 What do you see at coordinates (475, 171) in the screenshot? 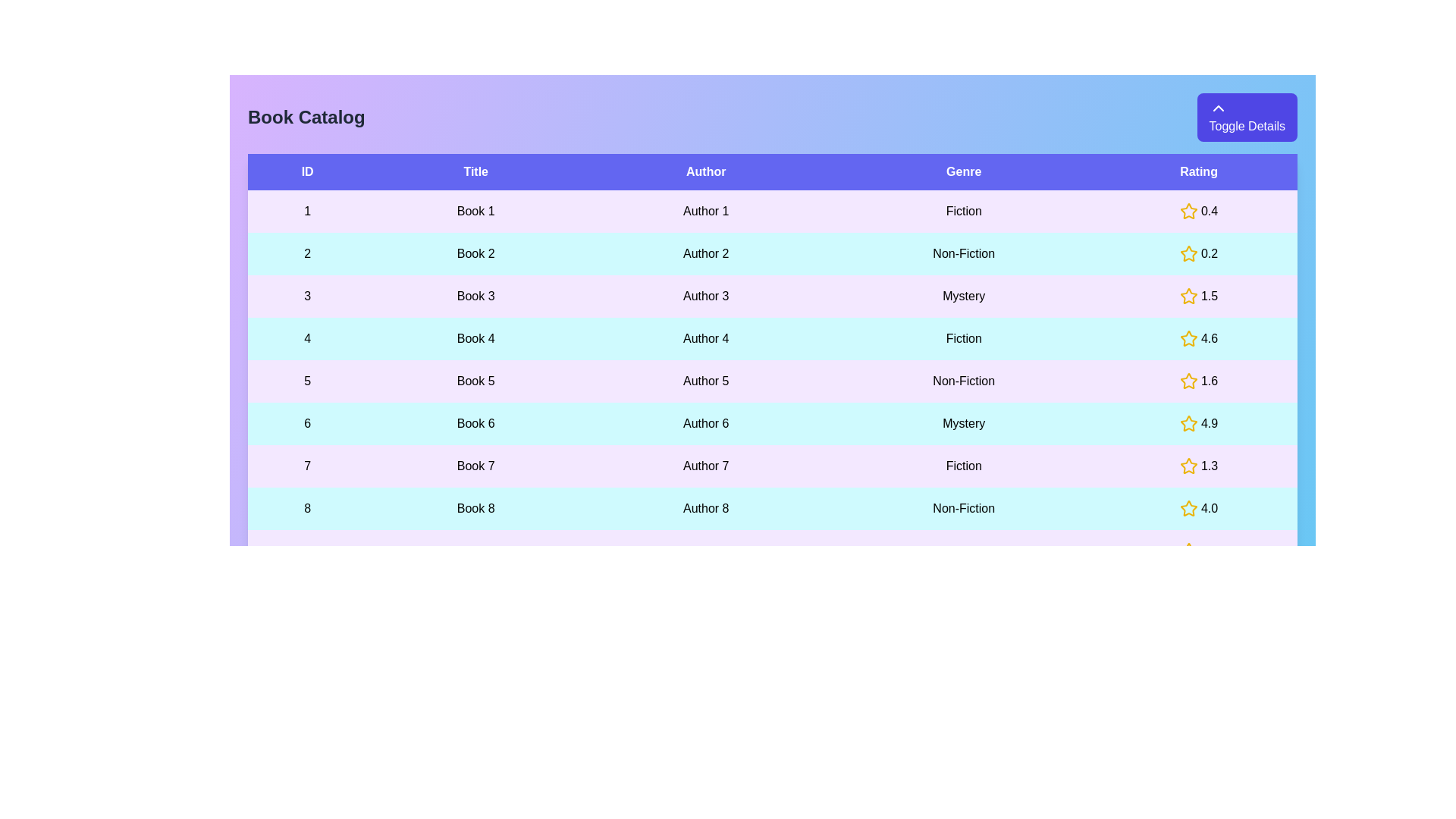
I see `the header of the column to sort the table by Title` at bounding box center [475, 171].